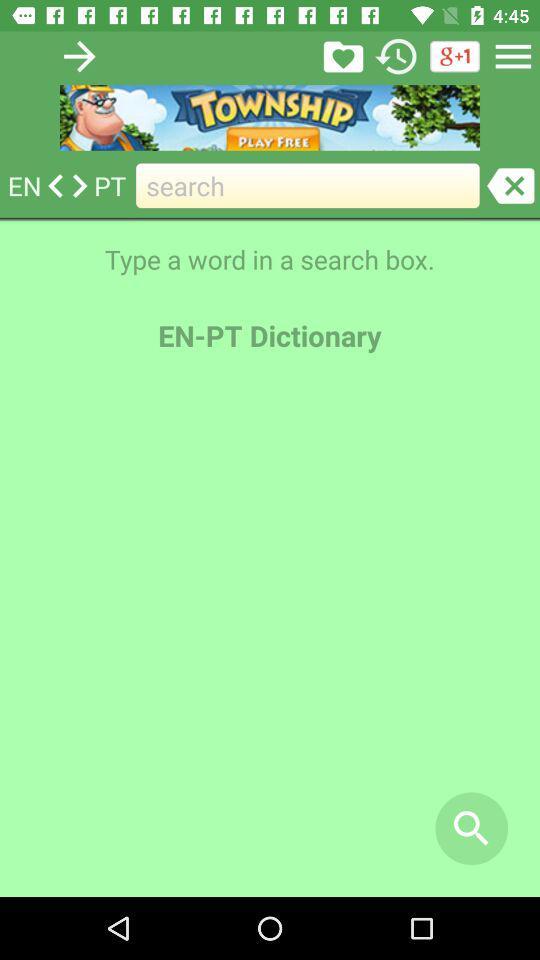 The width and height of the screenshot is (540, 960). Describe the element at coordinates (510, 185) in the screenshot. I see `go do colosed` at that location.